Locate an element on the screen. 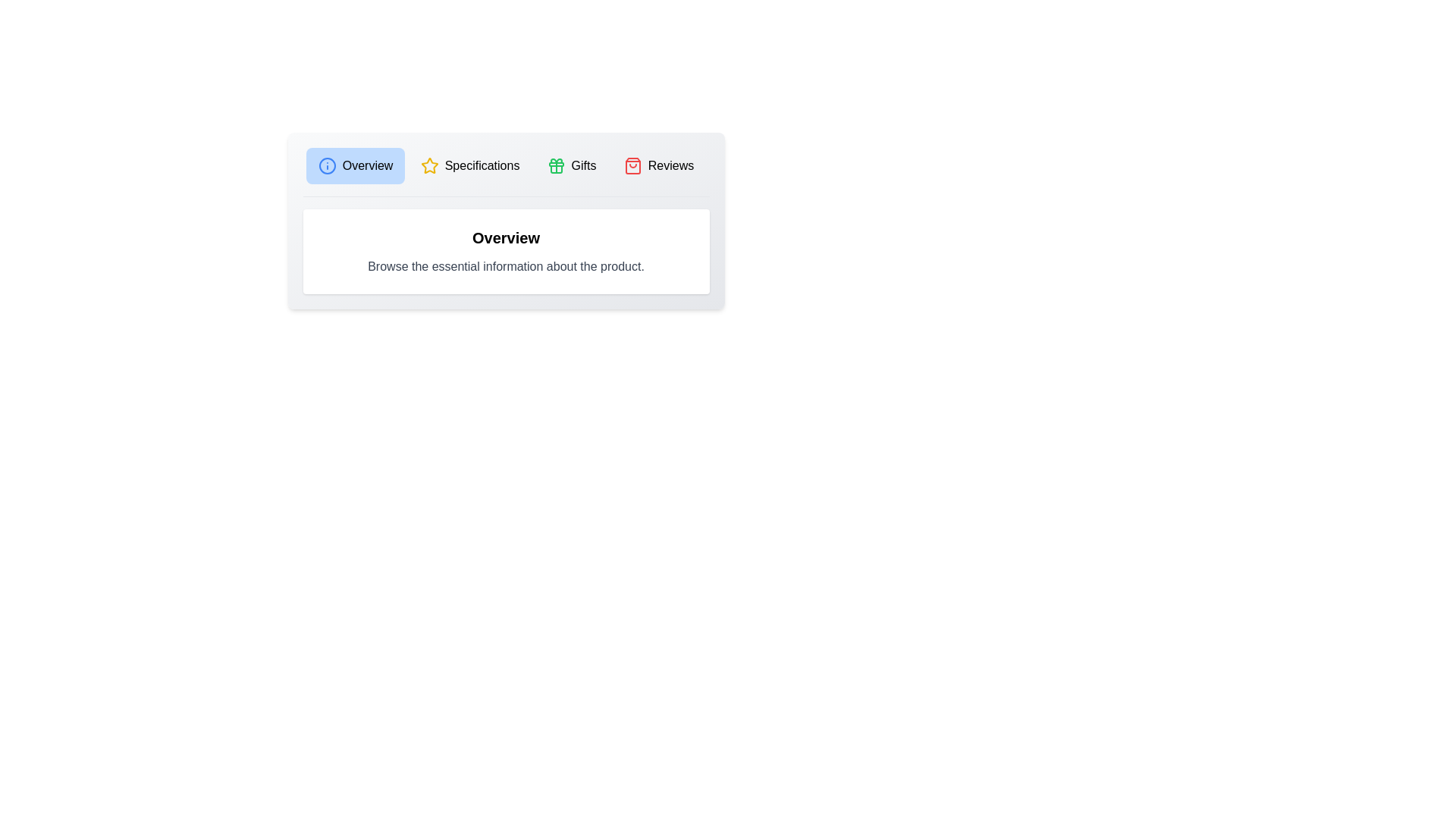  the tab labeled Reviews to observe the transition effect is located at coordinates (658, 166).